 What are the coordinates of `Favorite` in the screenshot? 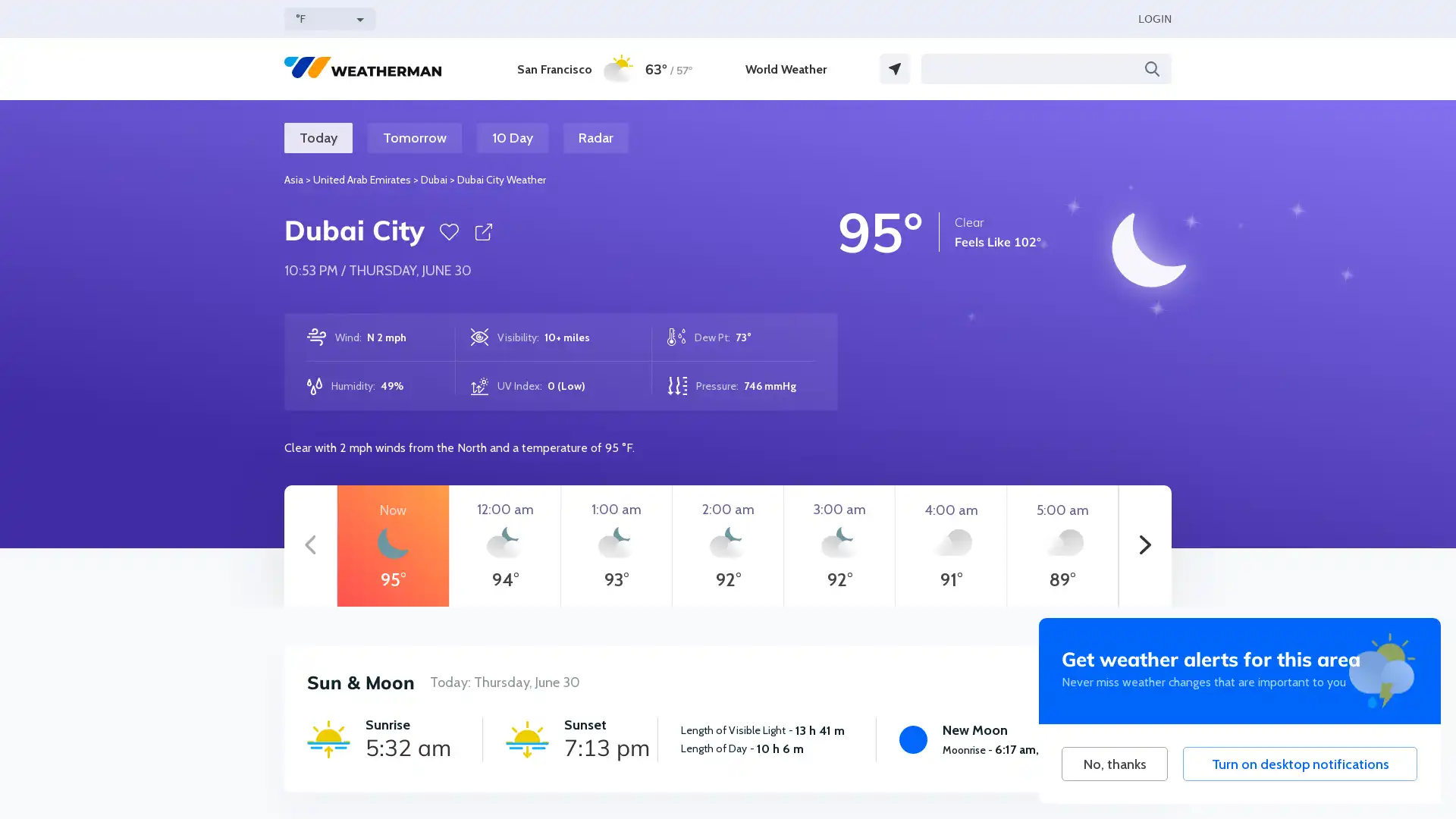 It's located at (448, 231).